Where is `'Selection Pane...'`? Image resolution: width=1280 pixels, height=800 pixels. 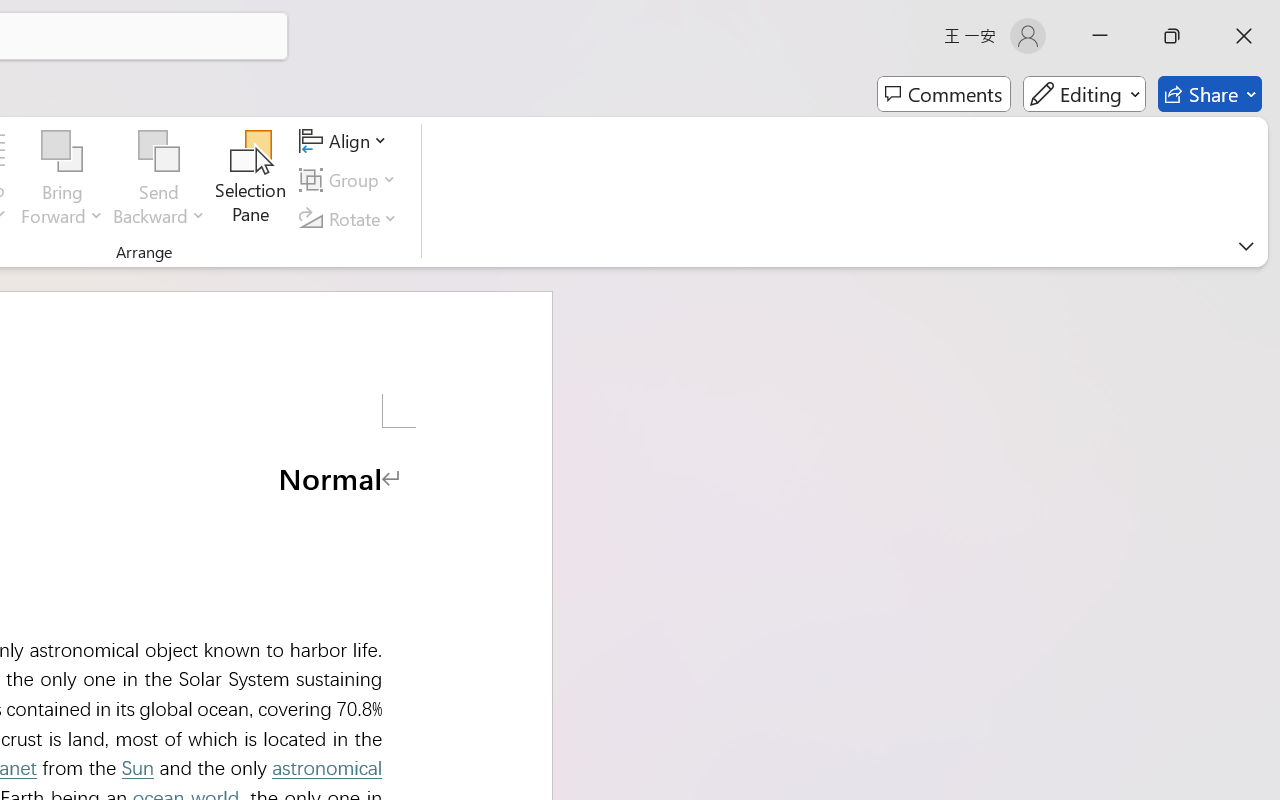 'Selection Pane...' is located at coordinates (250, 179).